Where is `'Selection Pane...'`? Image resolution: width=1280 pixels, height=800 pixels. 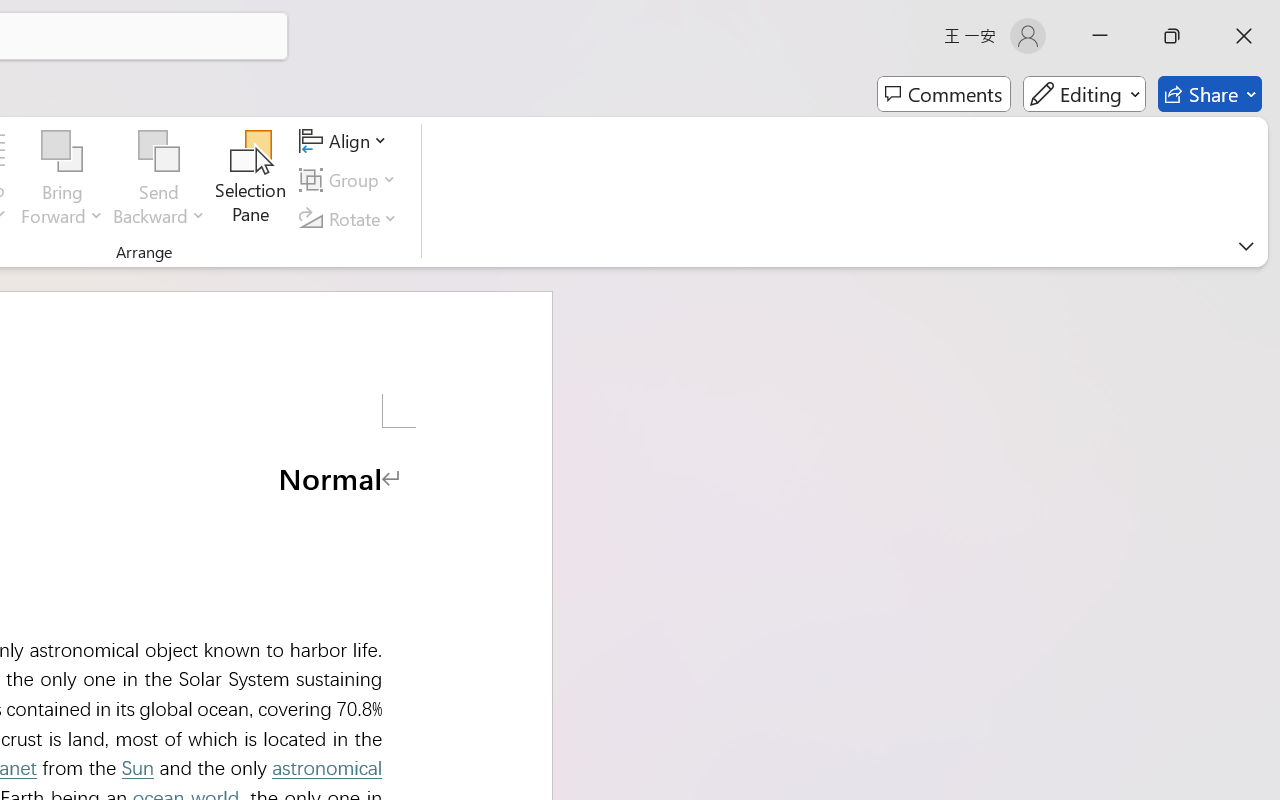 'Selection Pane...' is located at coordinates (250, 179).